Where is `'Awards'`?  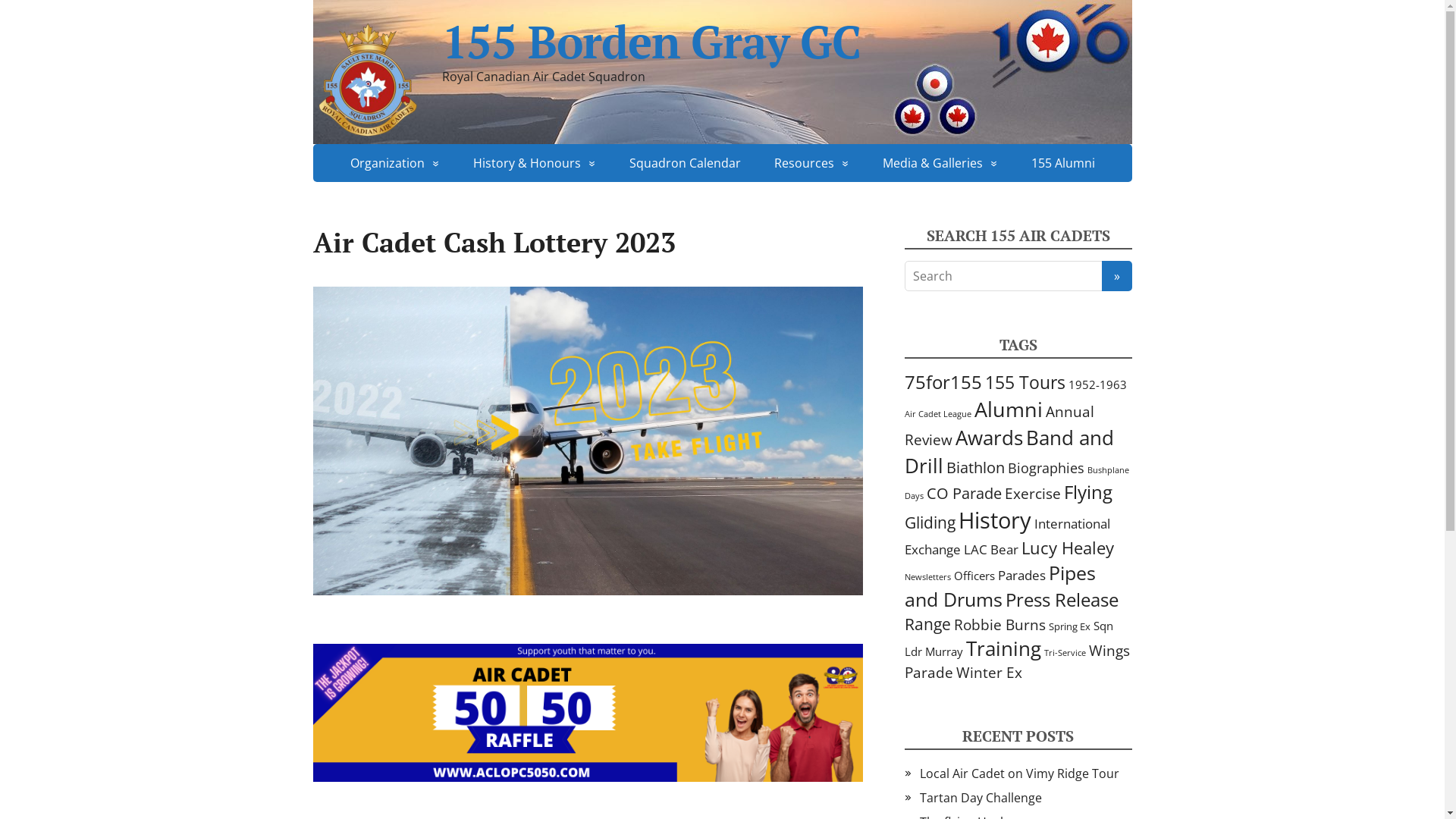
'Awards' is located at coordinates (954, 438).